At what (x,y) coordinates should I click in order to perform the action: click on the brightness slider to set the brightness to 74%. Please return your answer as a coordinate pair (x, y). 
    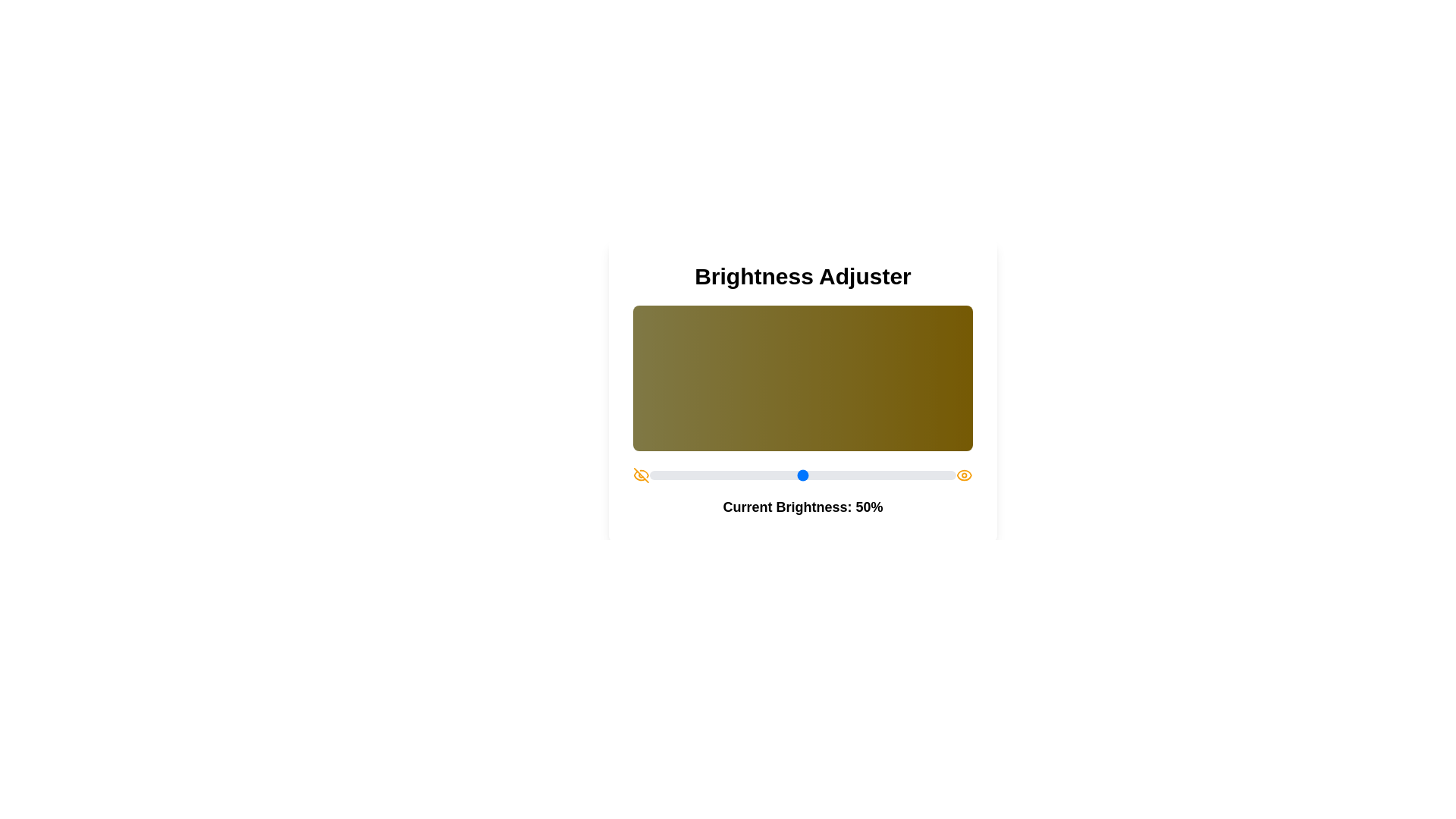
    Looking at the image, I should click on (877, 475).